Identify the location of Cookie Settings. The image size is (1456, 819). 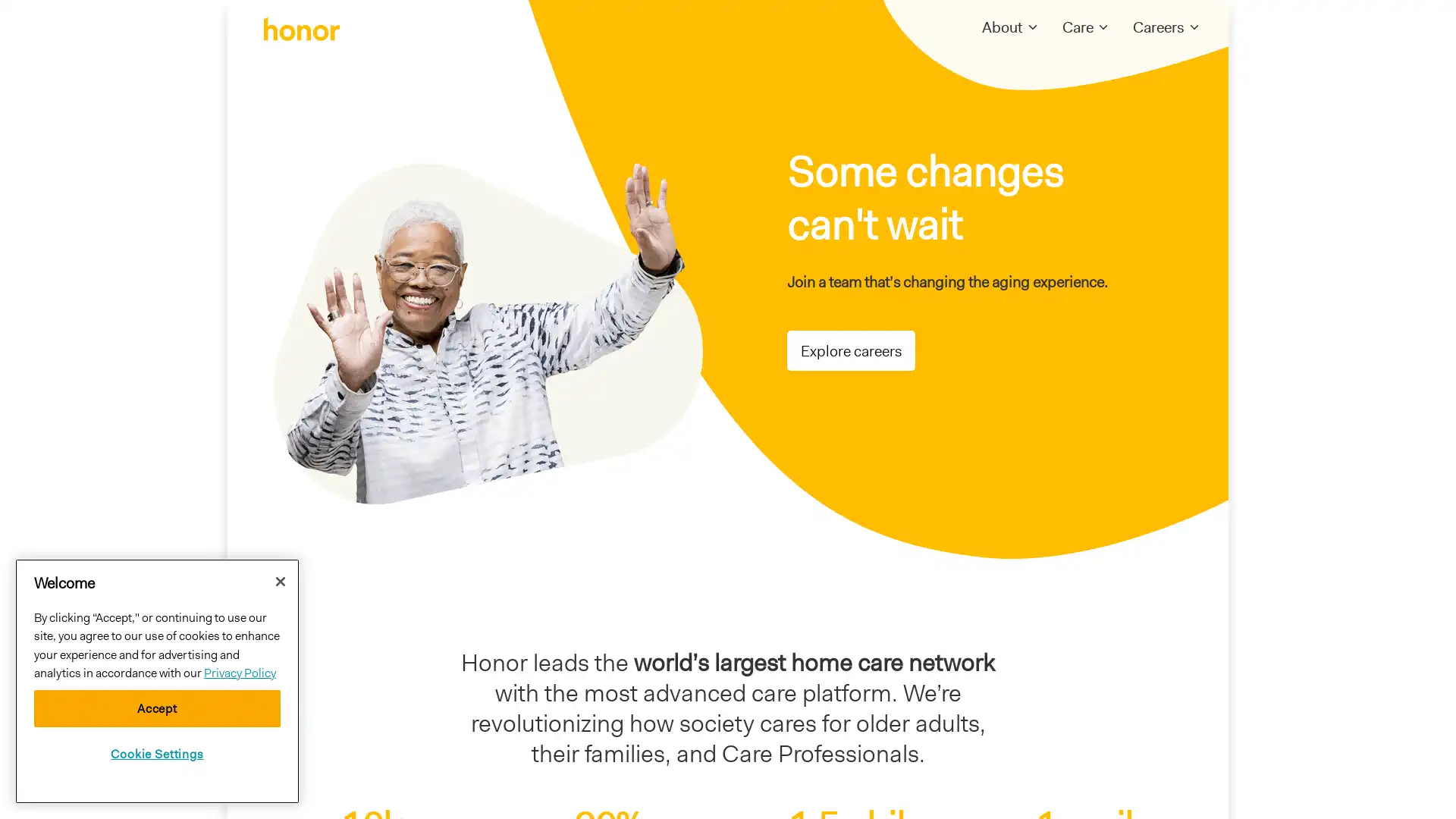
(157, 754).